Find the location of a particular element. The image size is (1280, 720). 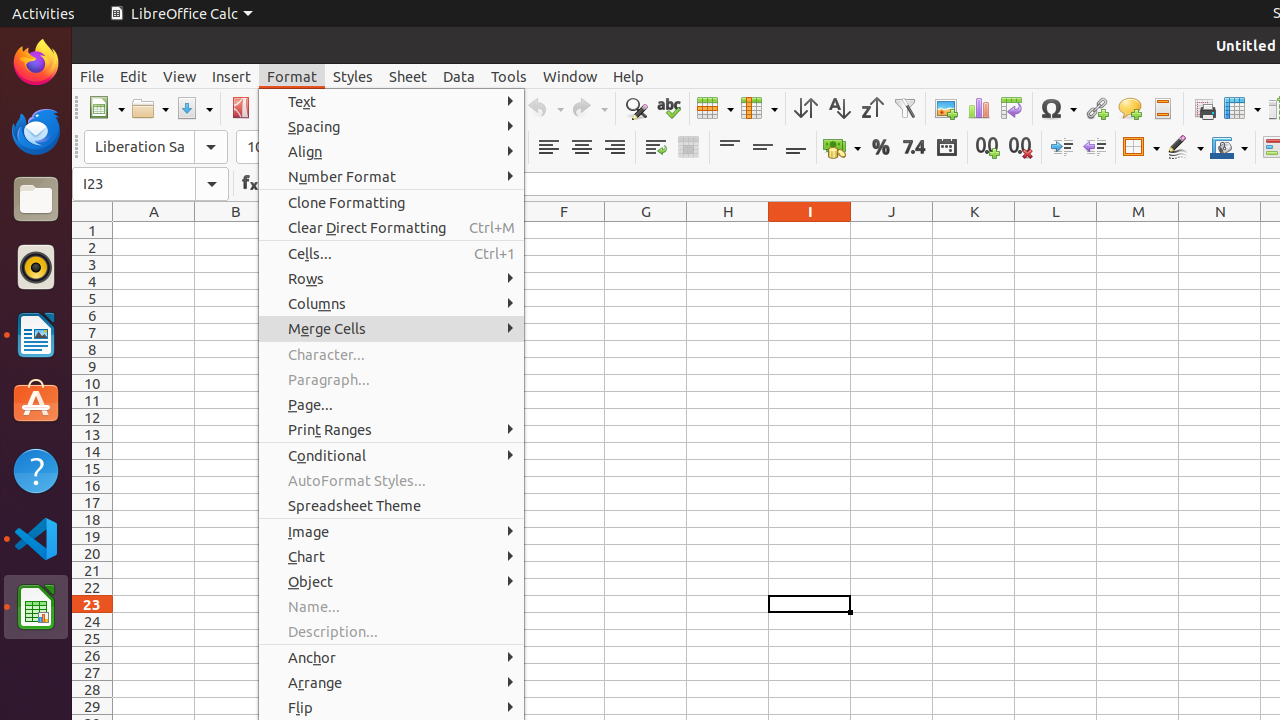

'Description...' is located at coordinates (391, 631).